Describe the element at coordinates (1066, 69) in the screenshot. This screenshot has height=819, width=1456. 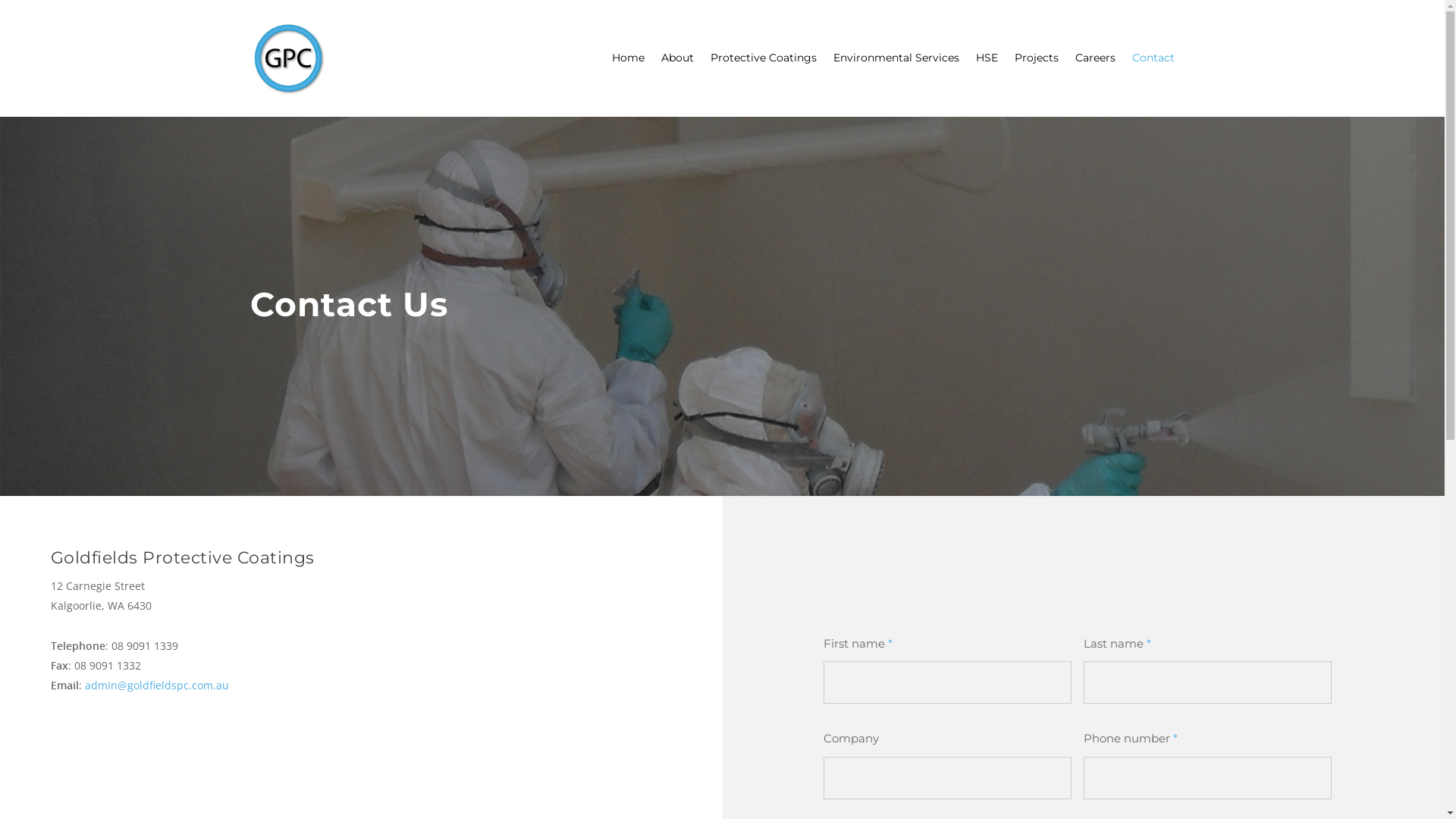
I see `'Careers'` at that location.